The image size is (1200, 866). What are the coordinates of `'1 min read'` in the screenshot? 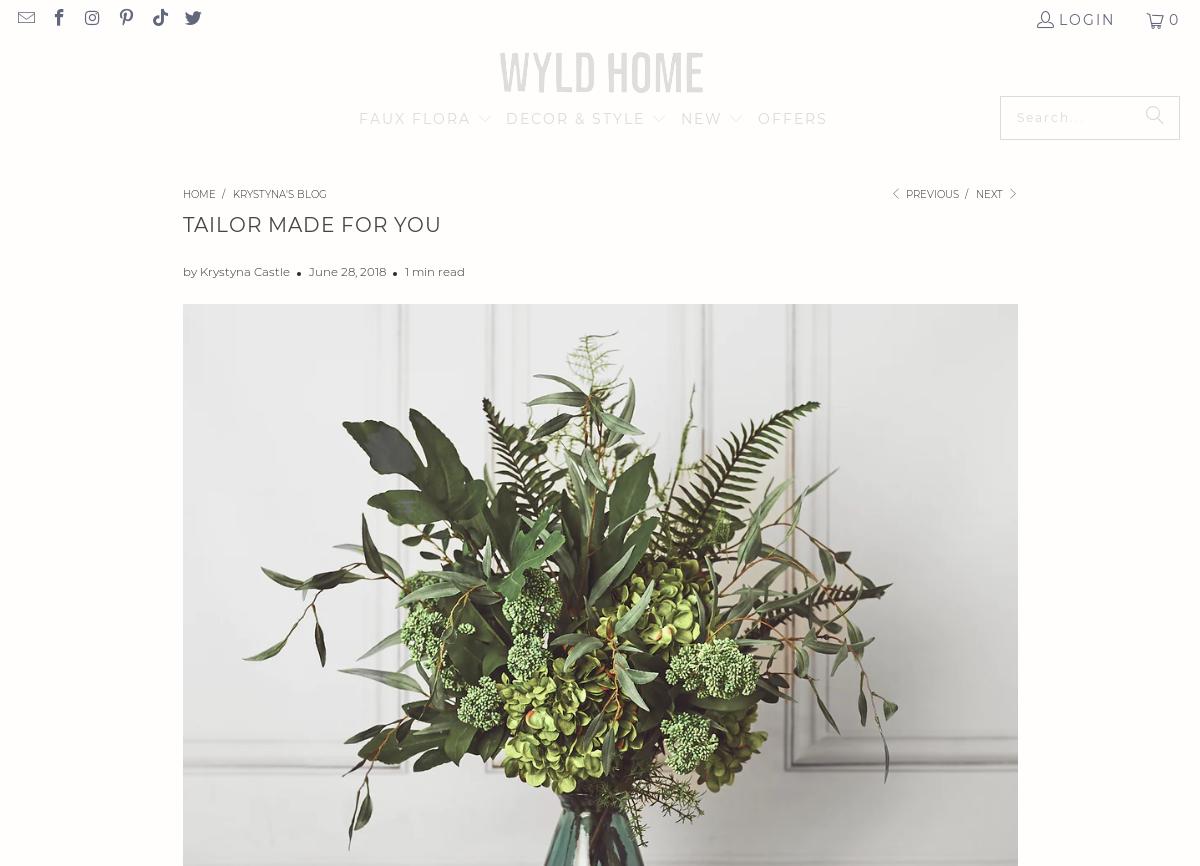 It's located at (434, 271).